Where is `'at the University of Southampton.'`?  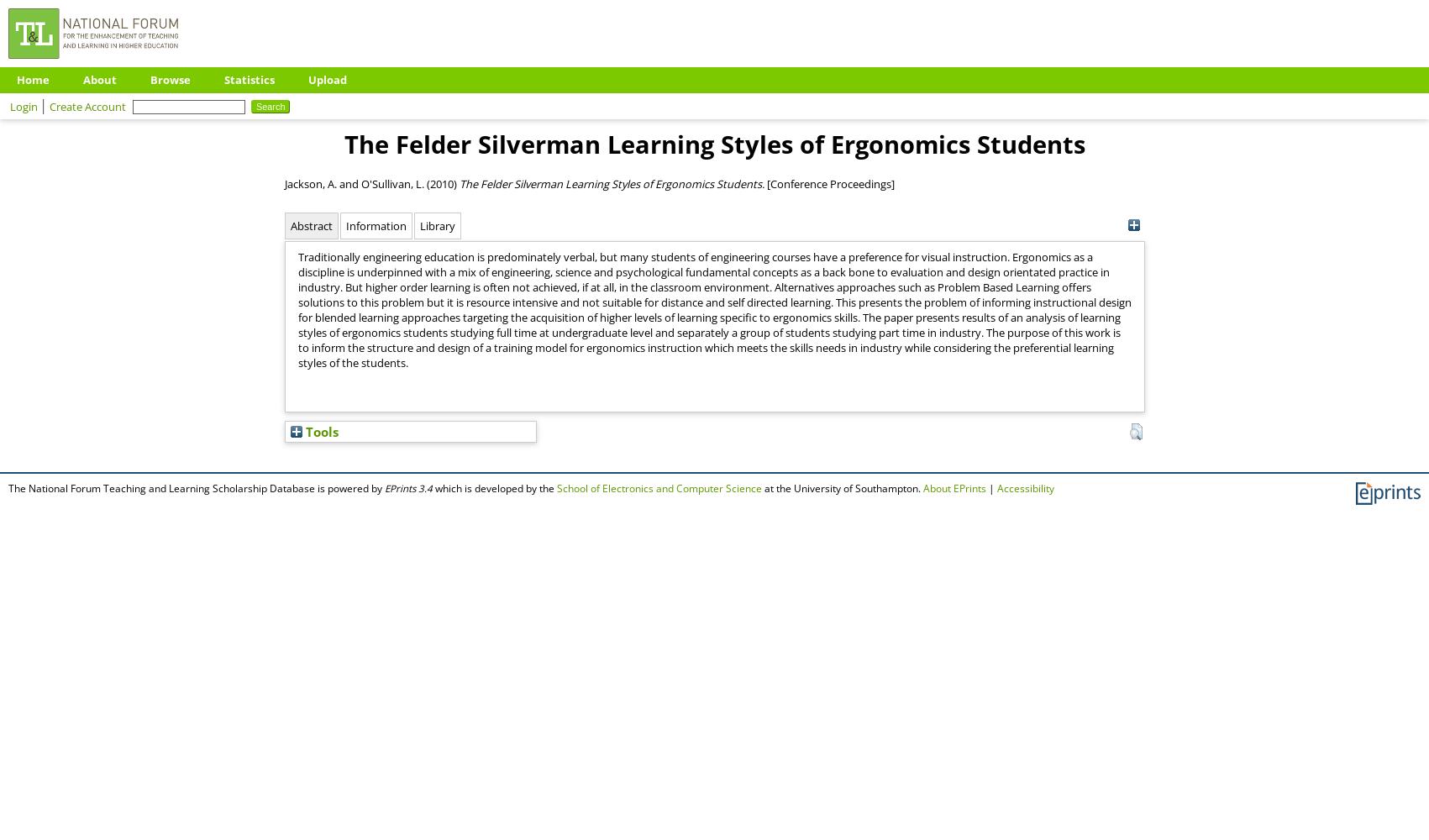 'at the University of Southampton.' is located at coordinates (843, 487).